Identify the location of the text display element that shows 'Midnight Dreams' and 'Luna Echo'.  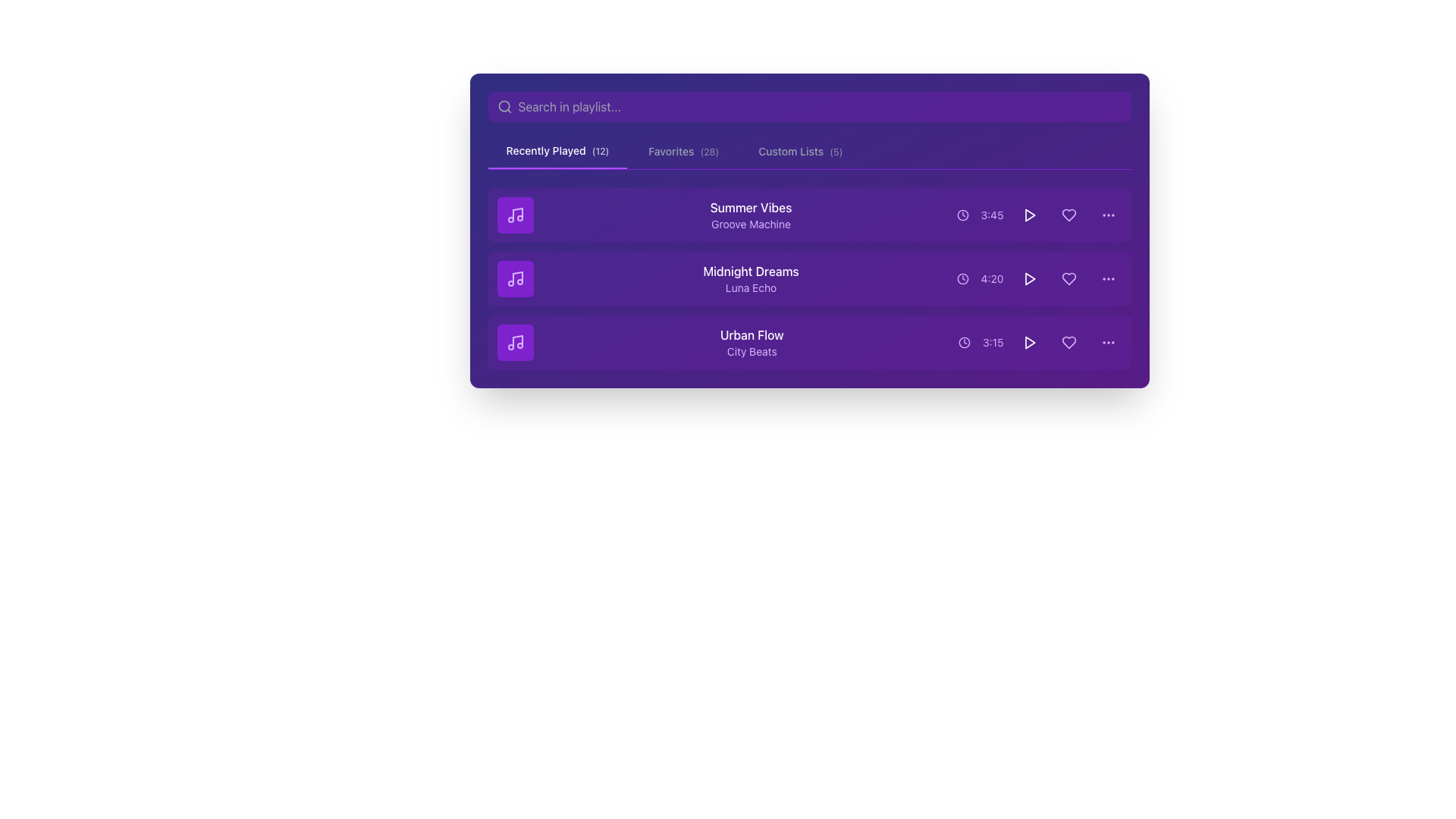
(751, 278).